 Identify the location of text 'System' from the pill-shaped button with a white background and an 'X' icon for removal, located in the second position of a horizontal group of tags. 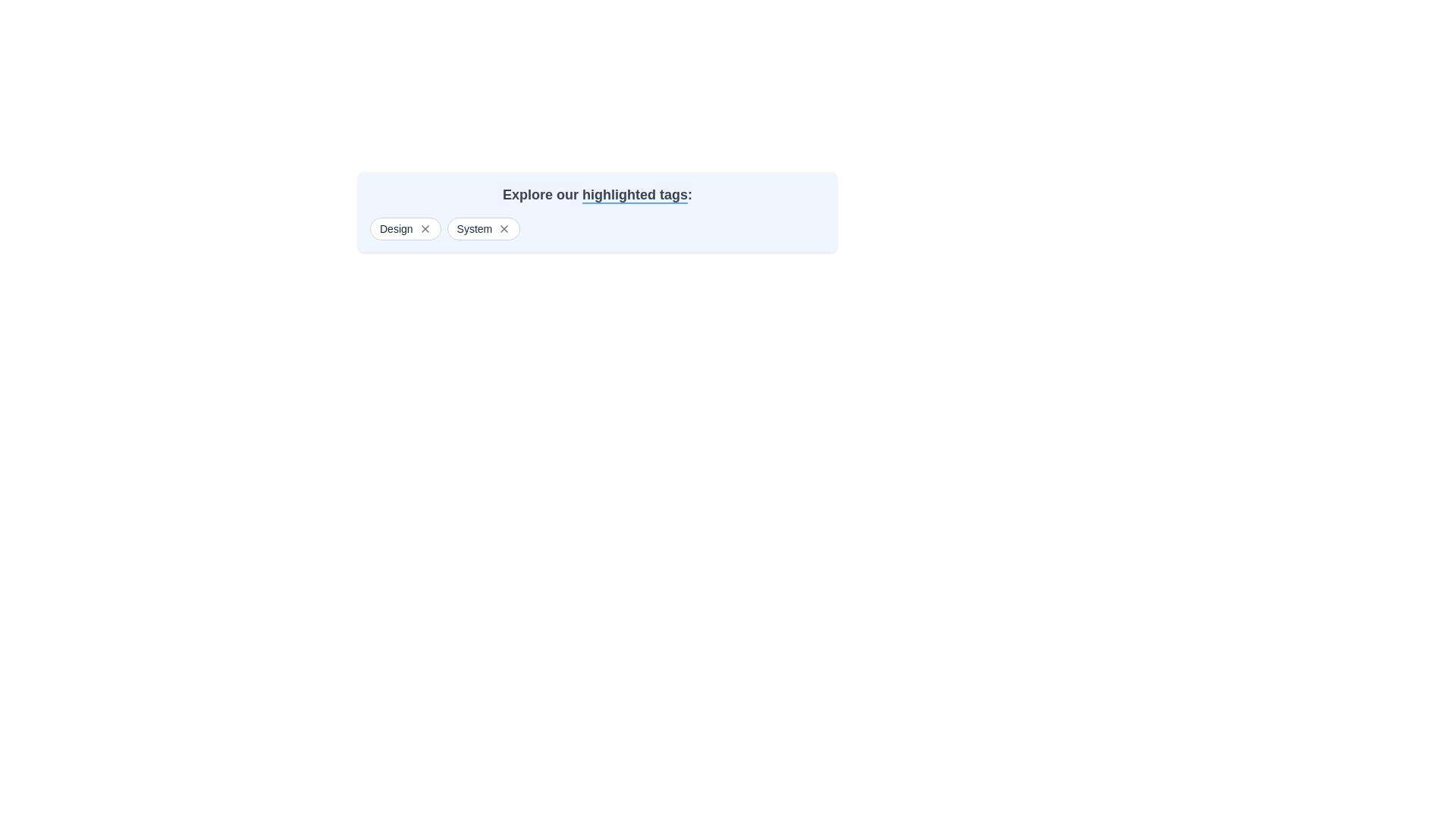
(483, 228).